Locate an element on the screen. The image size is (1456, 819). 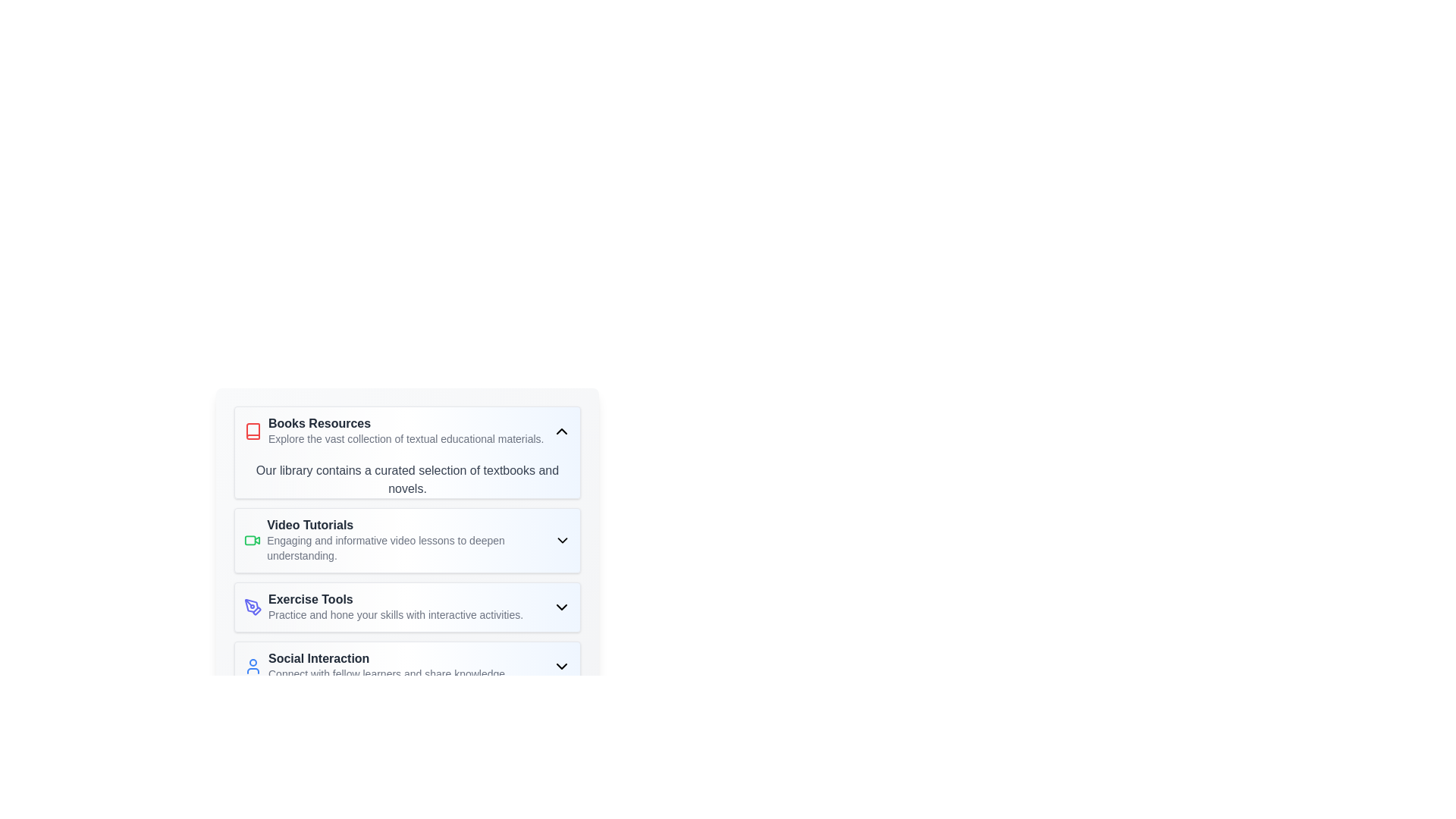
the navigational header for practice activities, which is the third section in the vertical list is located at coordinates (384, 607).